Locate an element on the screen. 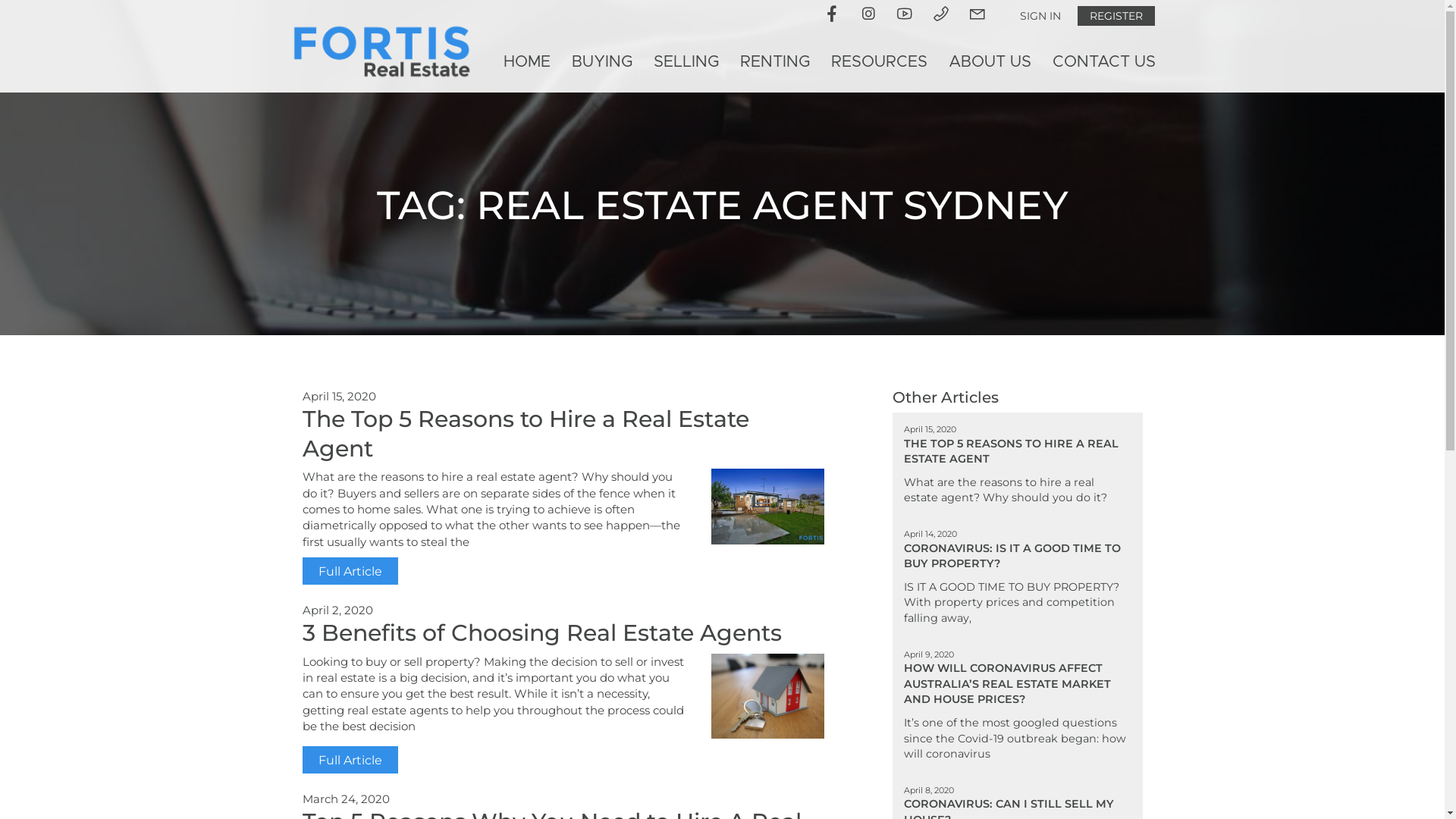  'SELLING' is located at coordinates (686, 61).